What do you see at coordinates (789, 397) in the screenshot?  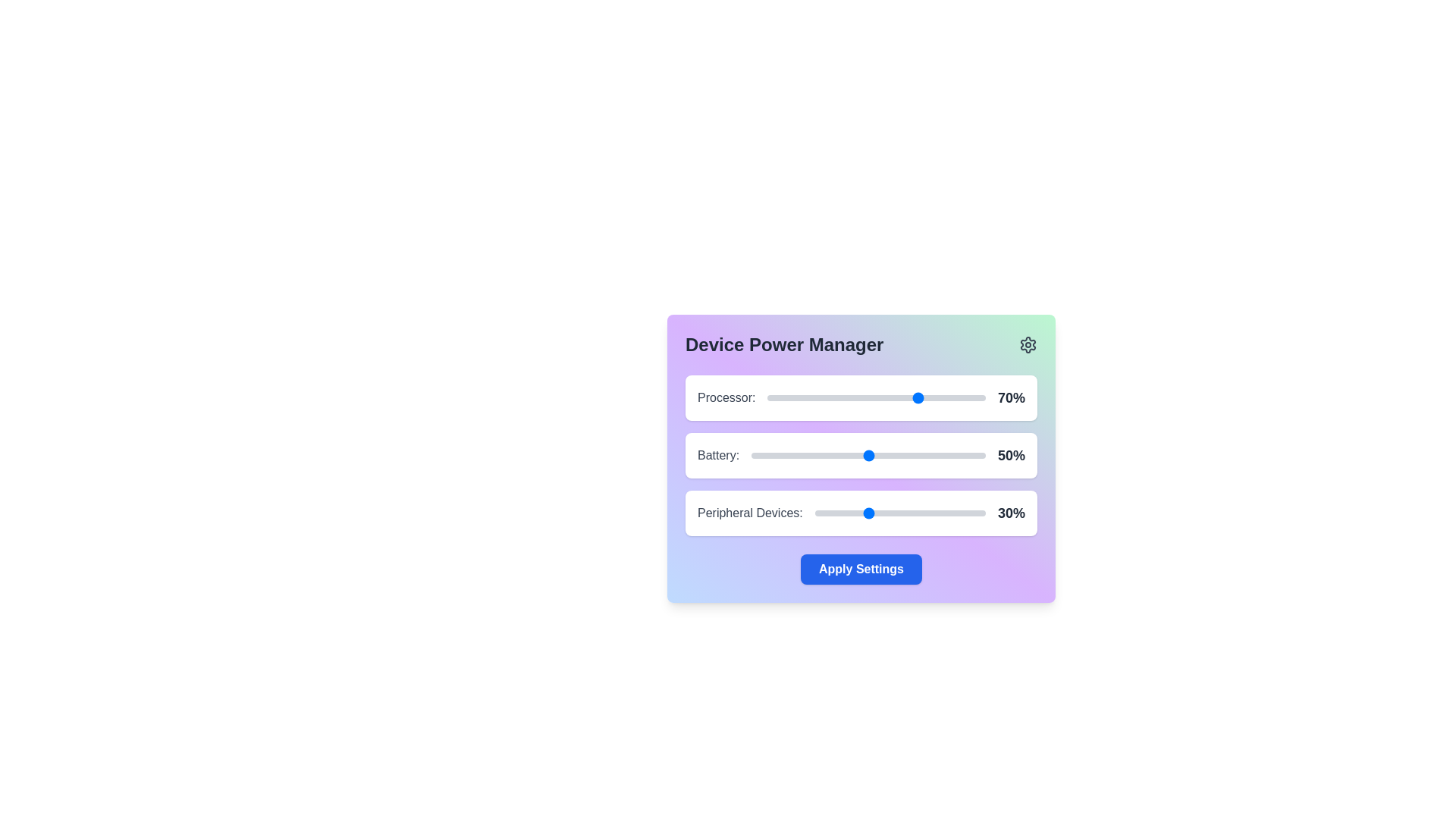 I see `the 'Processor' slider to 10% power` at bounding box center [789, 397].